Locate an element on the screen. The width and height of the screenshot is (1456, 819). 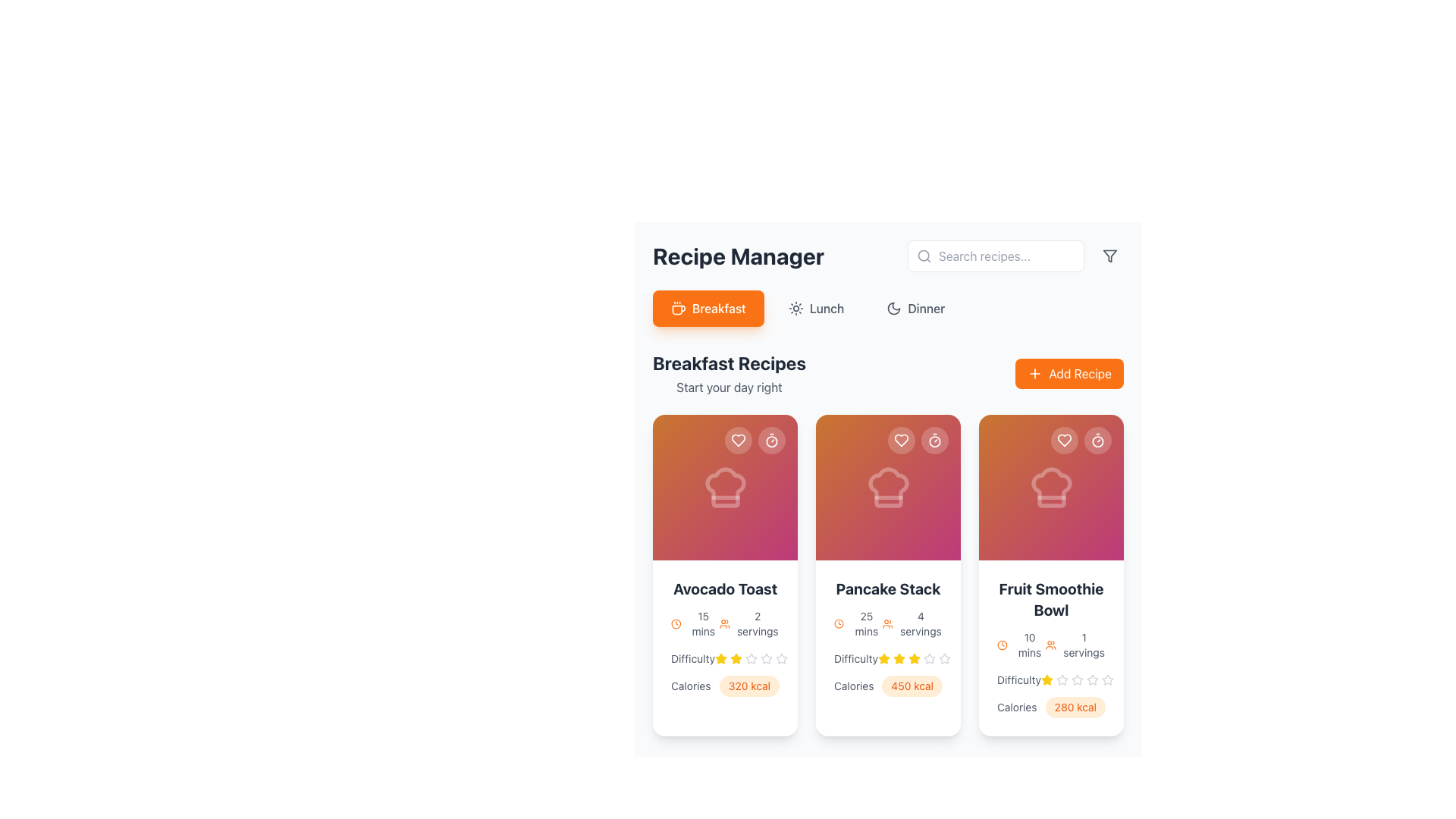
the third star icon representing the third level of difficulty in the 5-star rating system for the recipe 'Fruit Smoothie Bowl' located in the 'Breakfast Recipes' section is located at coordinates (1076, 679).